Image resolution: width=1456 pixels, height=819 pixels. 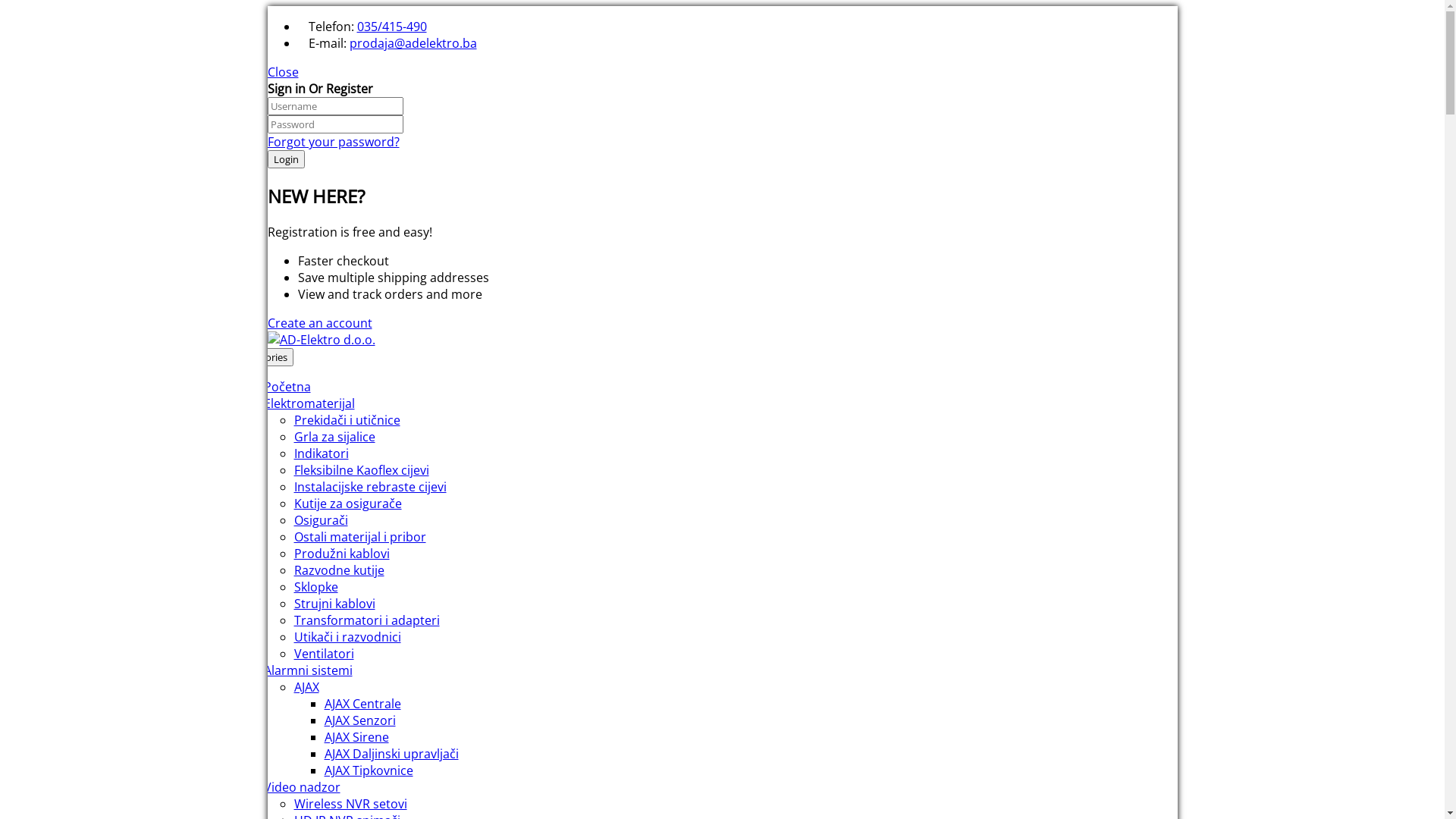 What do you see at coordinates (307, 669) in the screenshot?
I see `'Alarmni sistemi'` at bounding box center [307, 669].